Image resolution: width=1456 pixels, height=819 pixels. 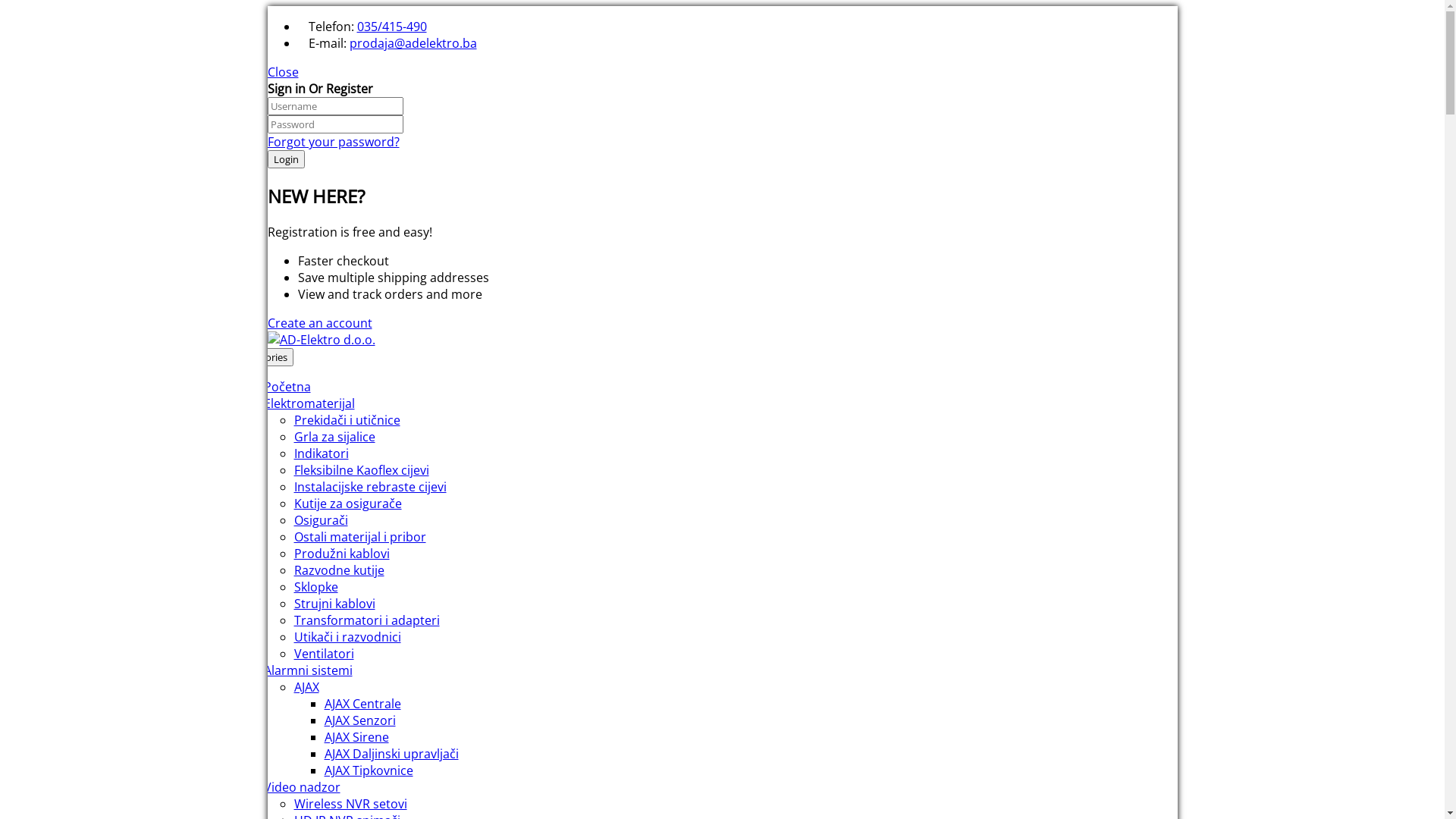 What do you see at coordinates (307, 669) in the screenshot?
I see `'Alarmni sistemi'` at bounding box center [307, 669].